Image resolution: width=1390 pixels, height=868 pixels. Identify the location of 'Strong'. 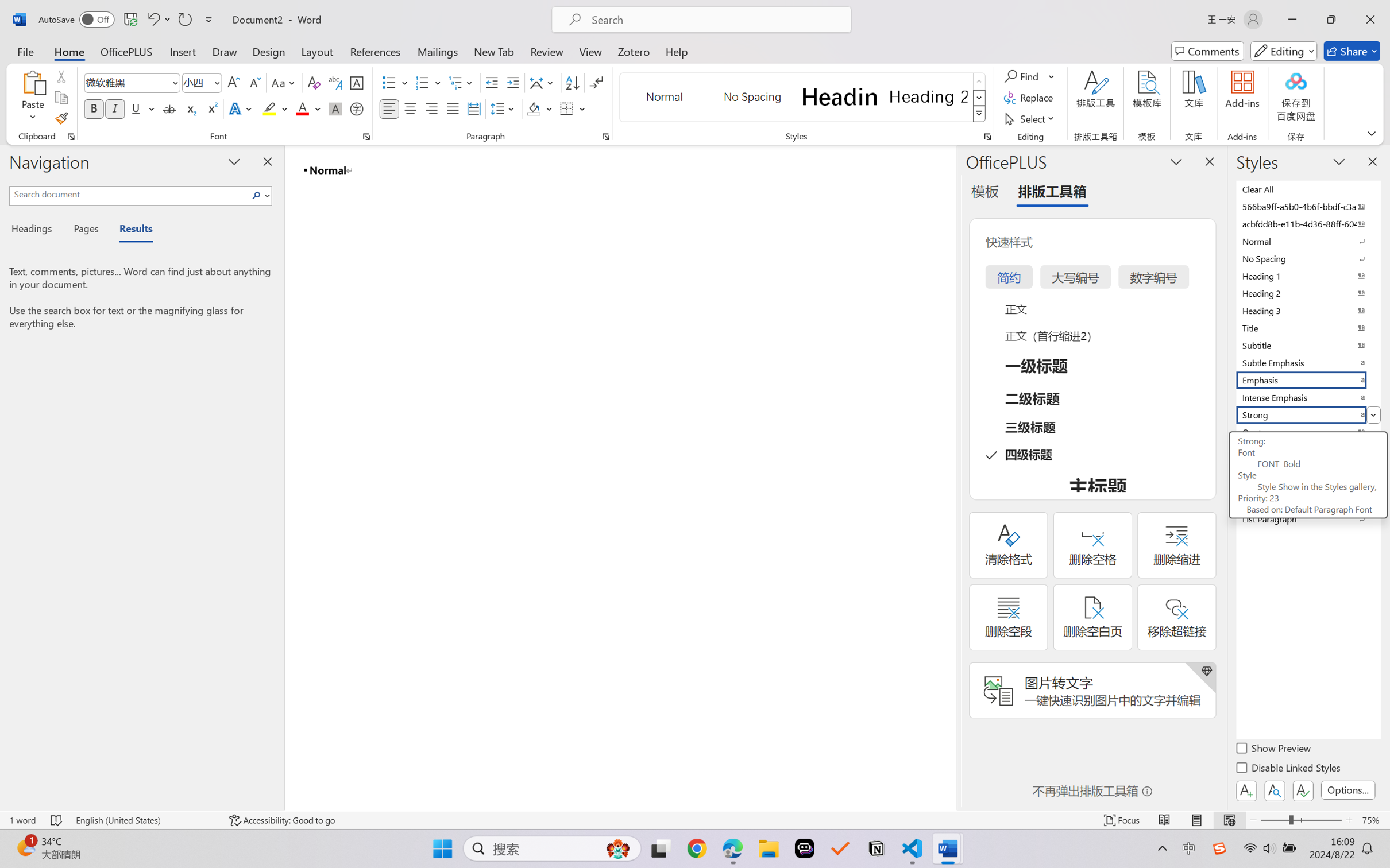
(1307, 414).